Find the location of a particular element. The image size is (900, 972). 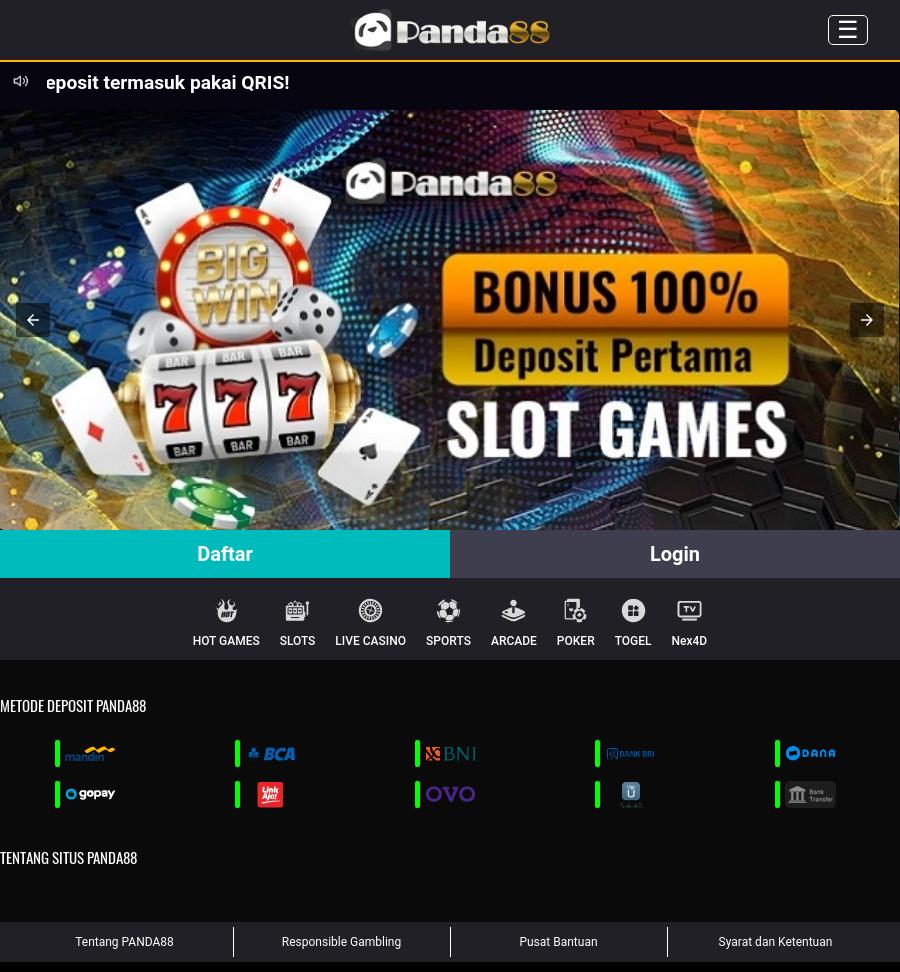

'Nex4D' is located at coordinates (688, 641).